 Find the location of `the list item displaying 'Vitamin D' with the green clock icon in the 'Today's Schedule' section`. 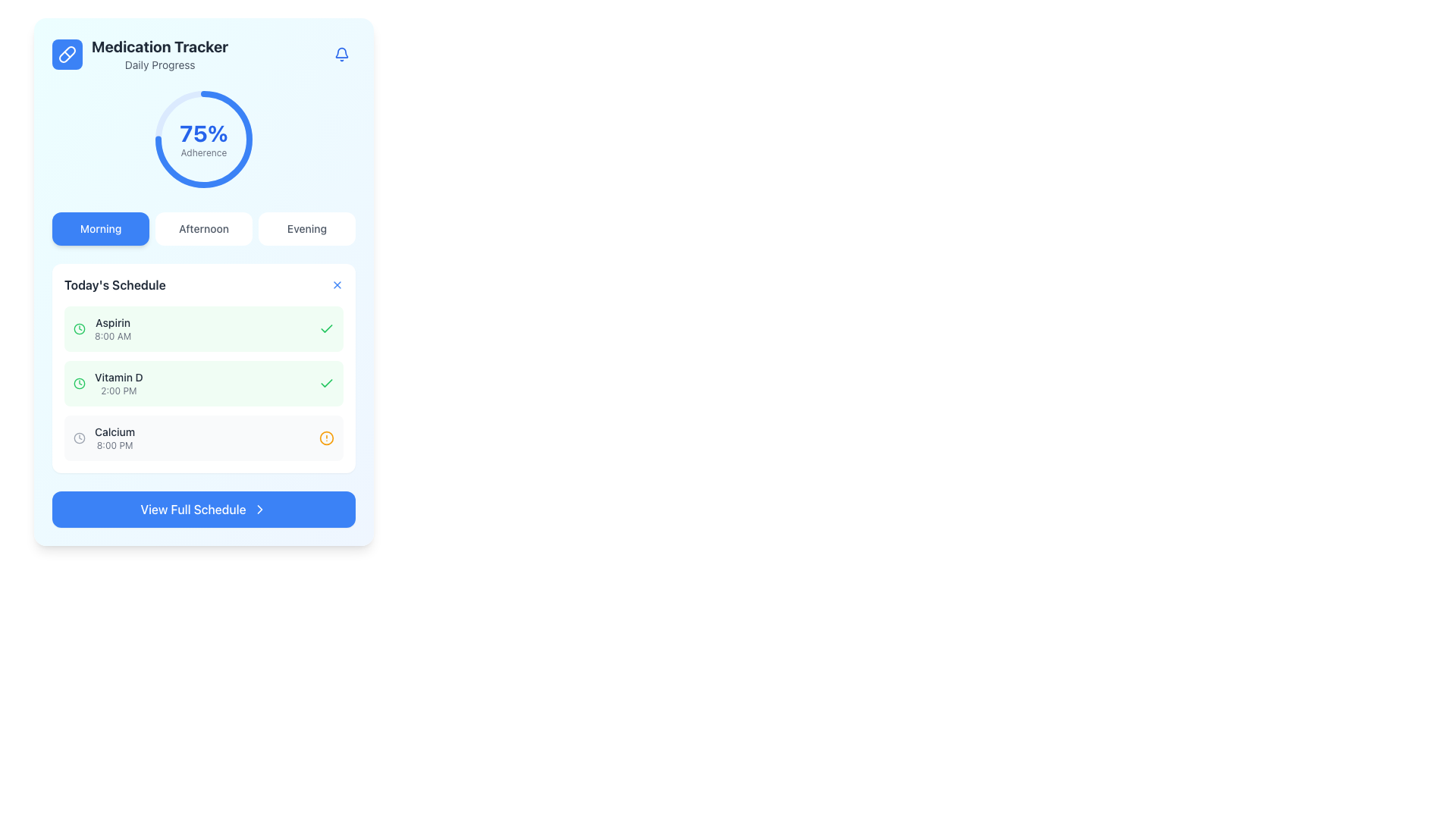

the list item displaying 'Vitamin D' with the green clock icon in the 'Today's Schedule' section is located at coordinates (107, 382).